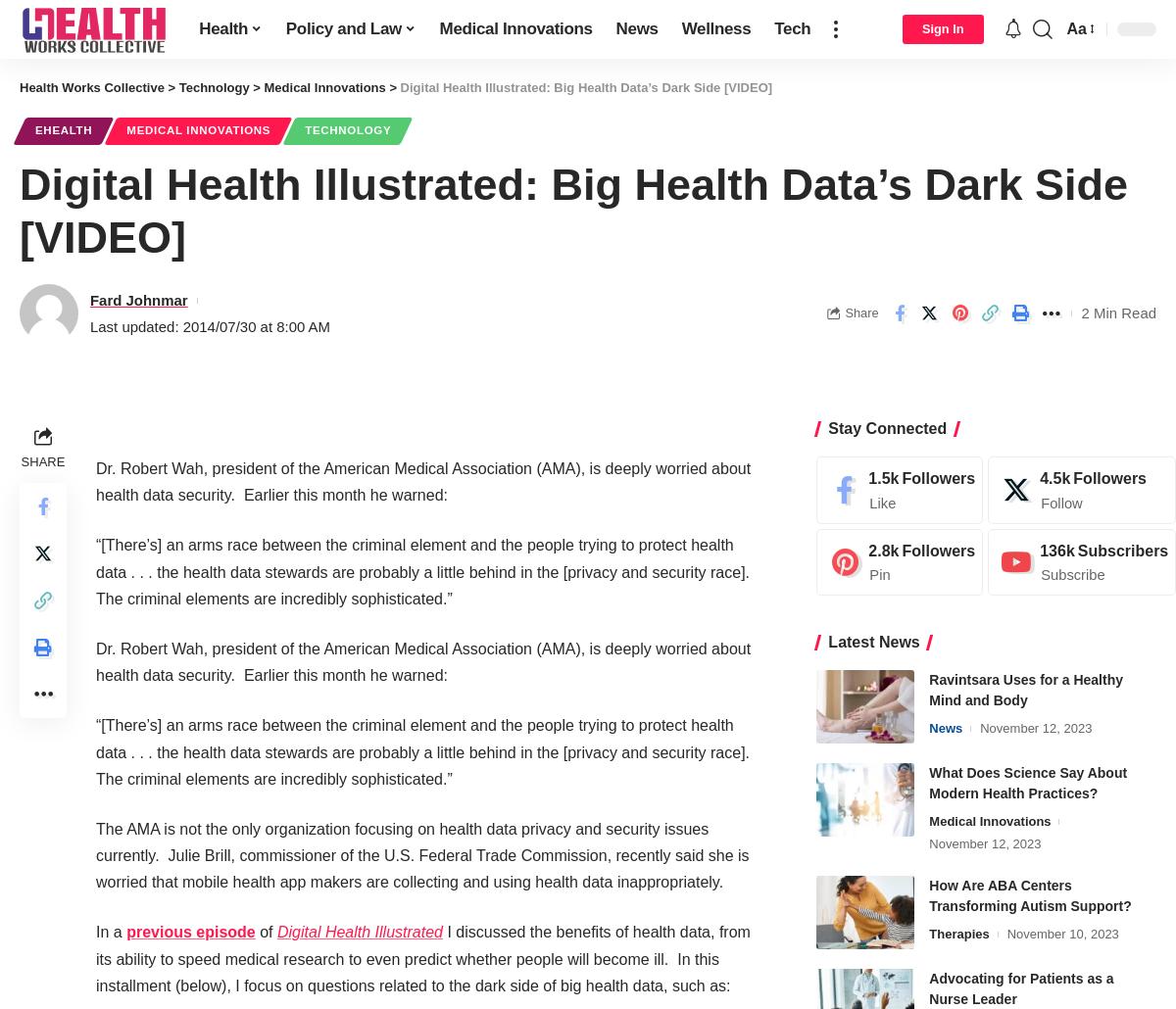  I want to click on 'In a', so click(111, 931).